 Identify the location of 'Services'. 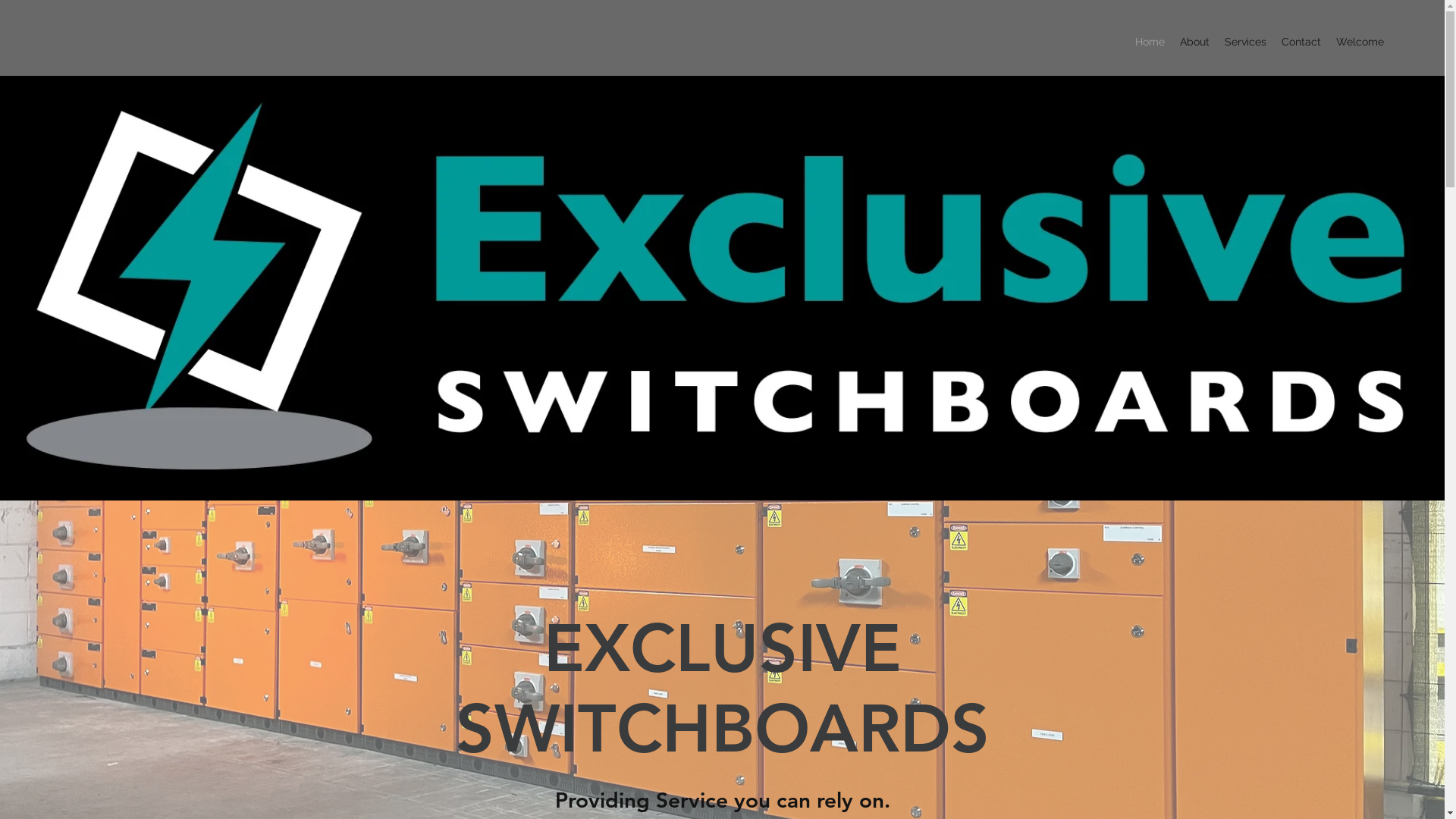
(1245, 40).